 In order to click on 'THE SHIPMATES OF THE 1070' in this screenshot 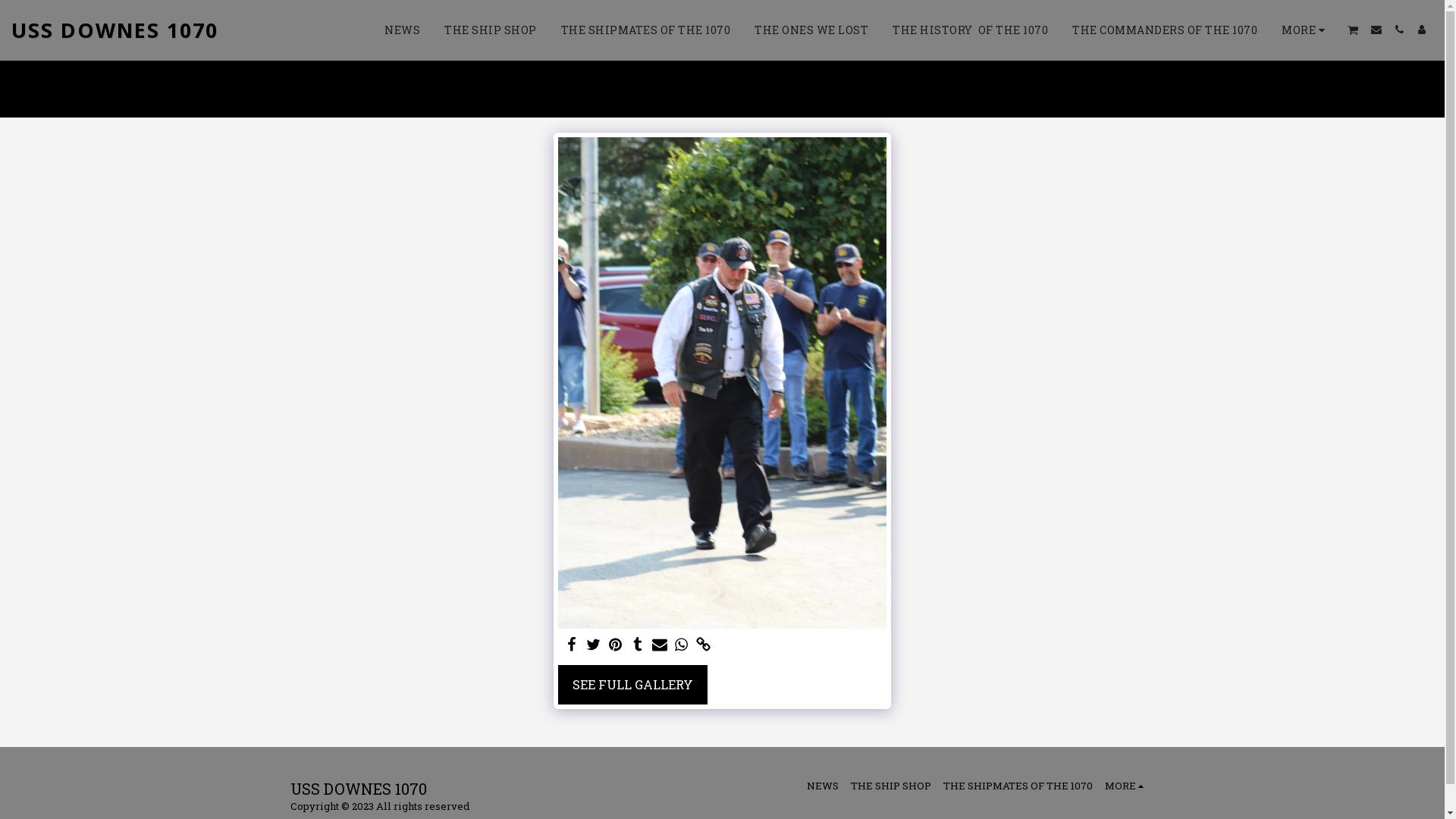, I will do `click(1018, 785)`.